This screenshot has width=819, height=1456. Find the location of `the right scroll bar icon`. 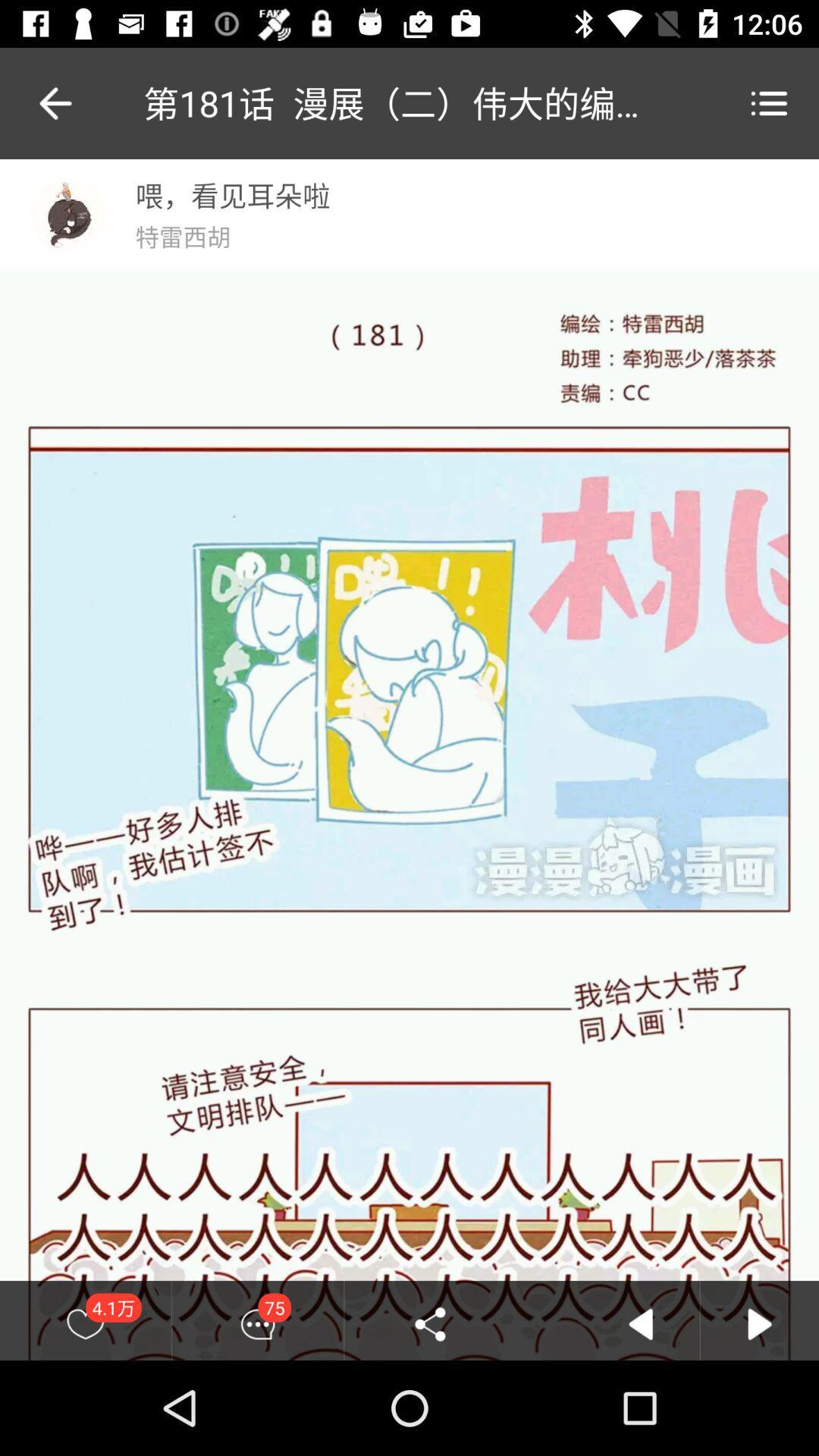

the right scroll bar icon is located at coordinates (760, 1323).